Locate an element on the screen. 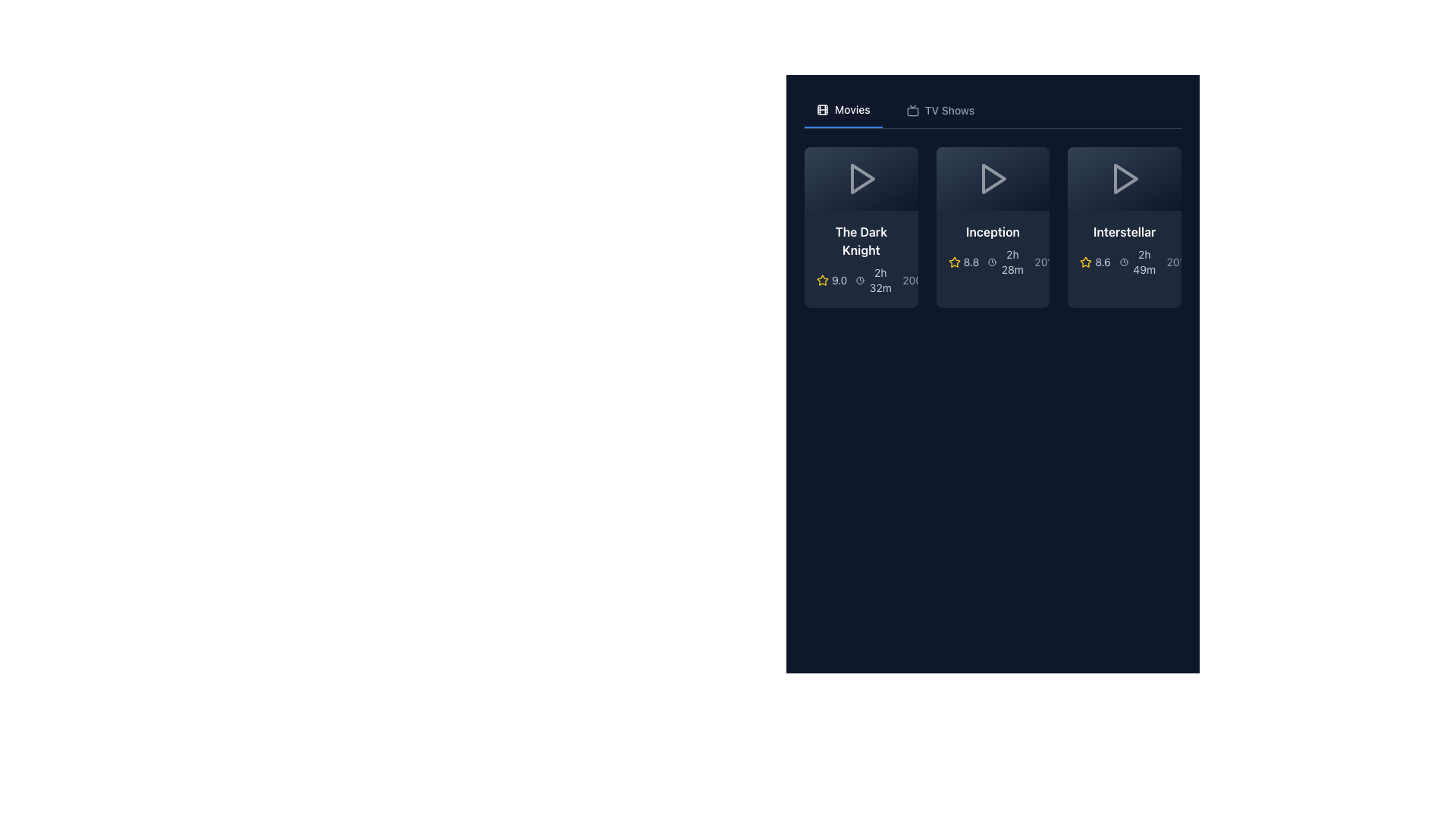 The height and width of the screenshot is (819, 1456). the static text displaying the year '2010' located at the bottom-right corner of the 'Inception' movie card, if interactive features are added is located at coordinates (1046, 262).